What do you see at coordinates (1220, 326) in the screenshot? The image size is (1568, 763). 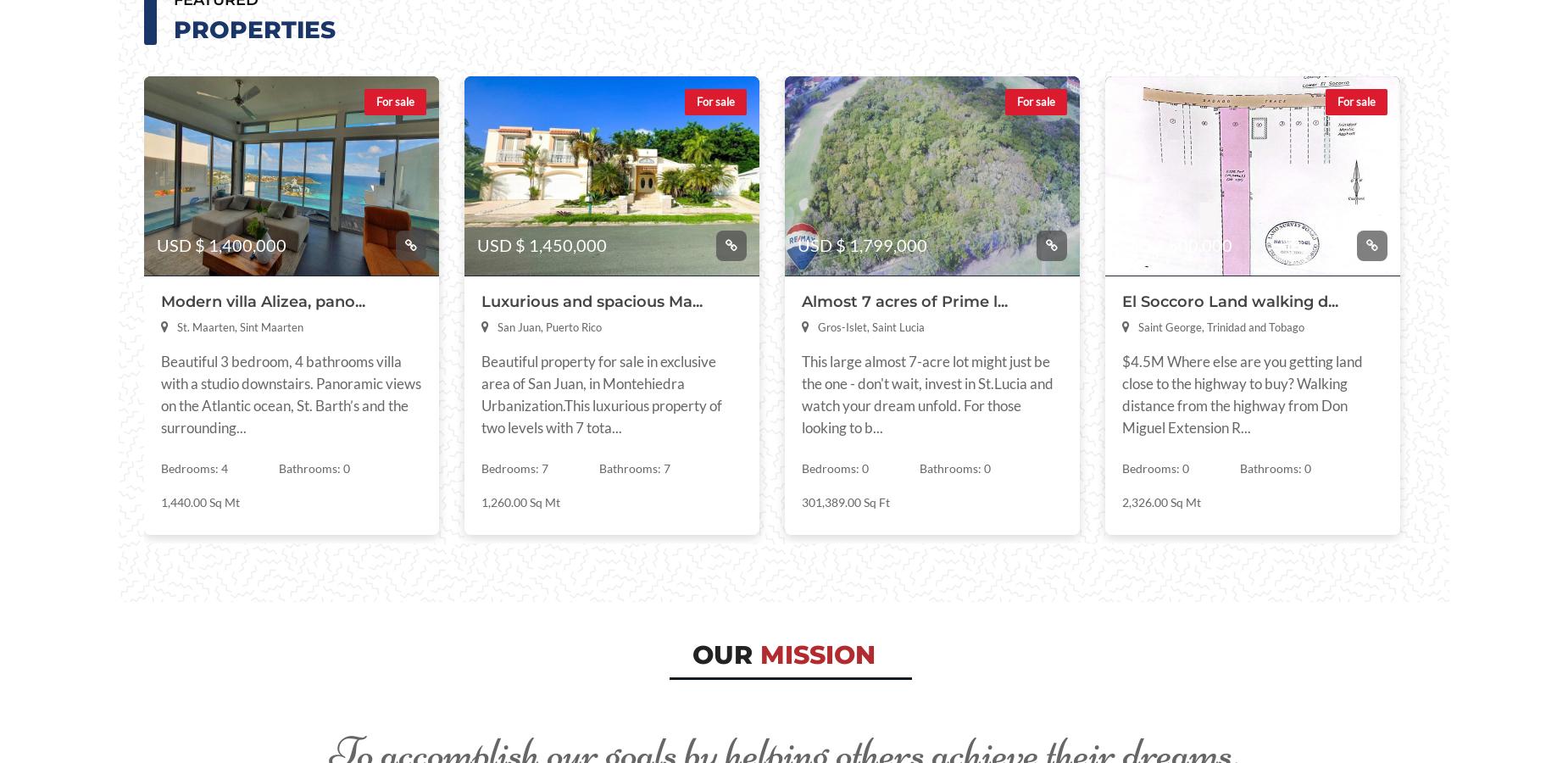 I see `'Saint George, Trinidad and Tobago'` at bounding box center [1220, 326].